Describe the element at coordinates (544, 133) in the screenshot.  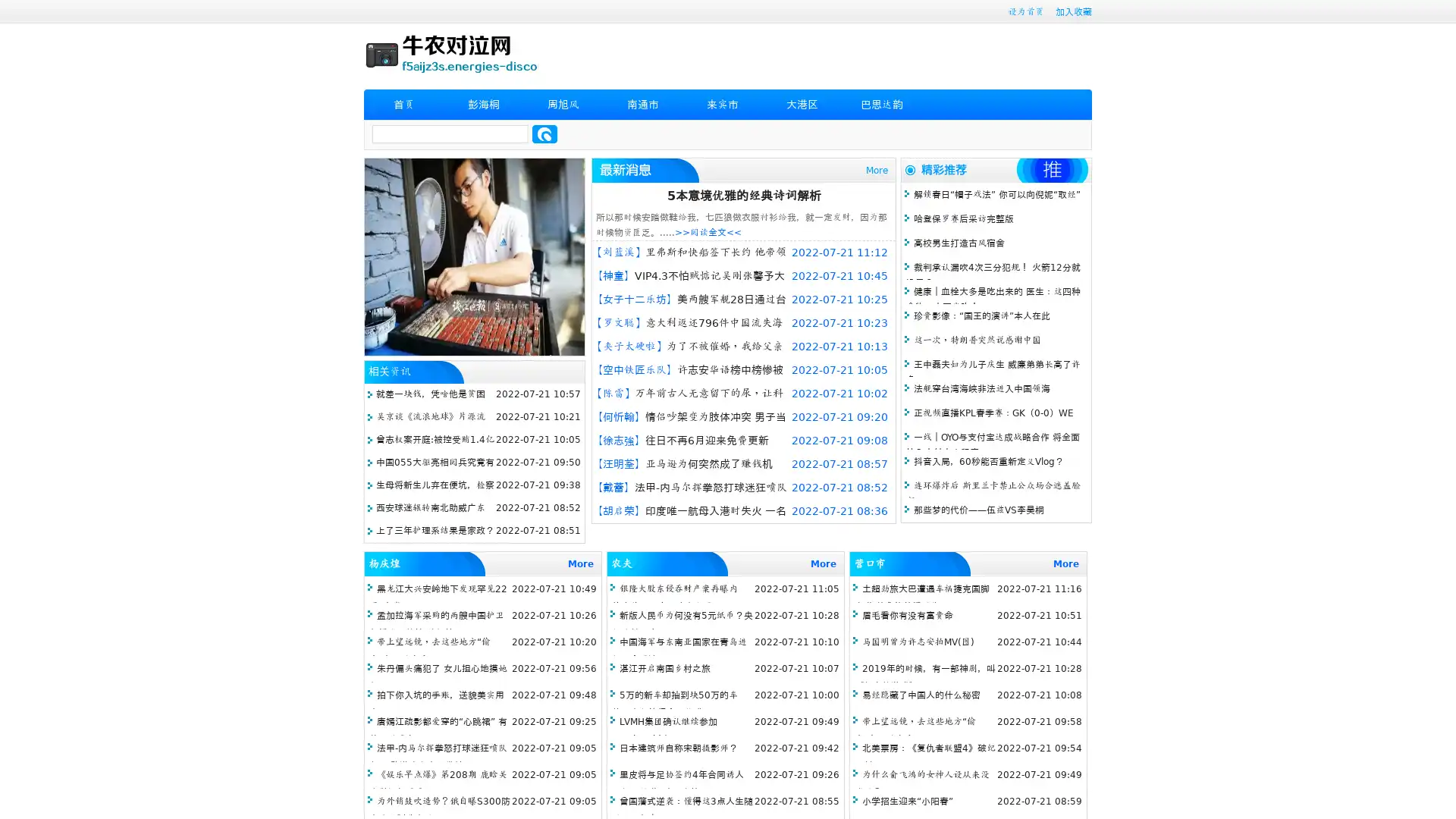
I see `Search` at that location.